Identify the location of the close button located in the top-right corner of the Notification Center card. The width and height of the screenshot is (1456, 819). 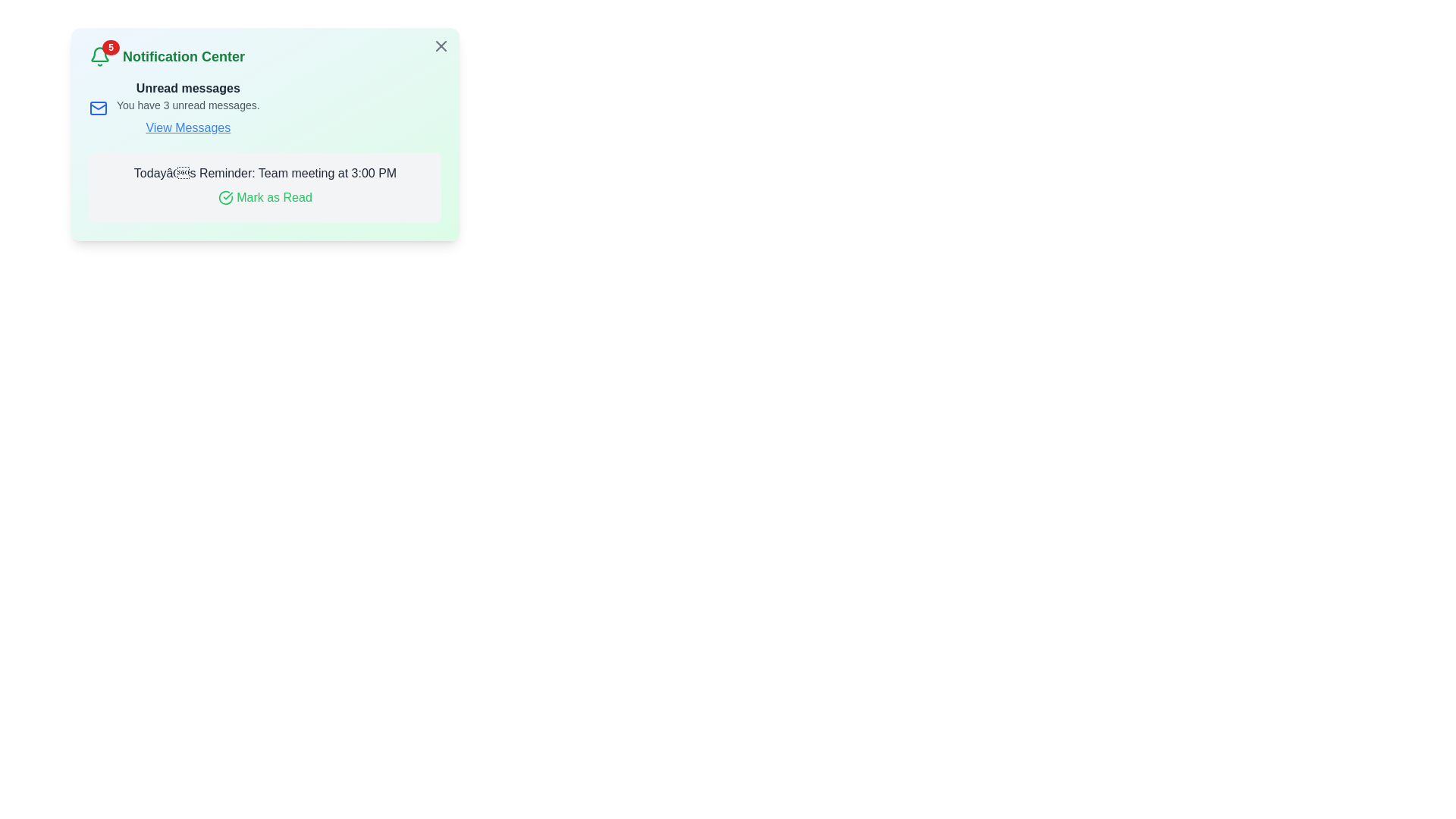
(440, 45).